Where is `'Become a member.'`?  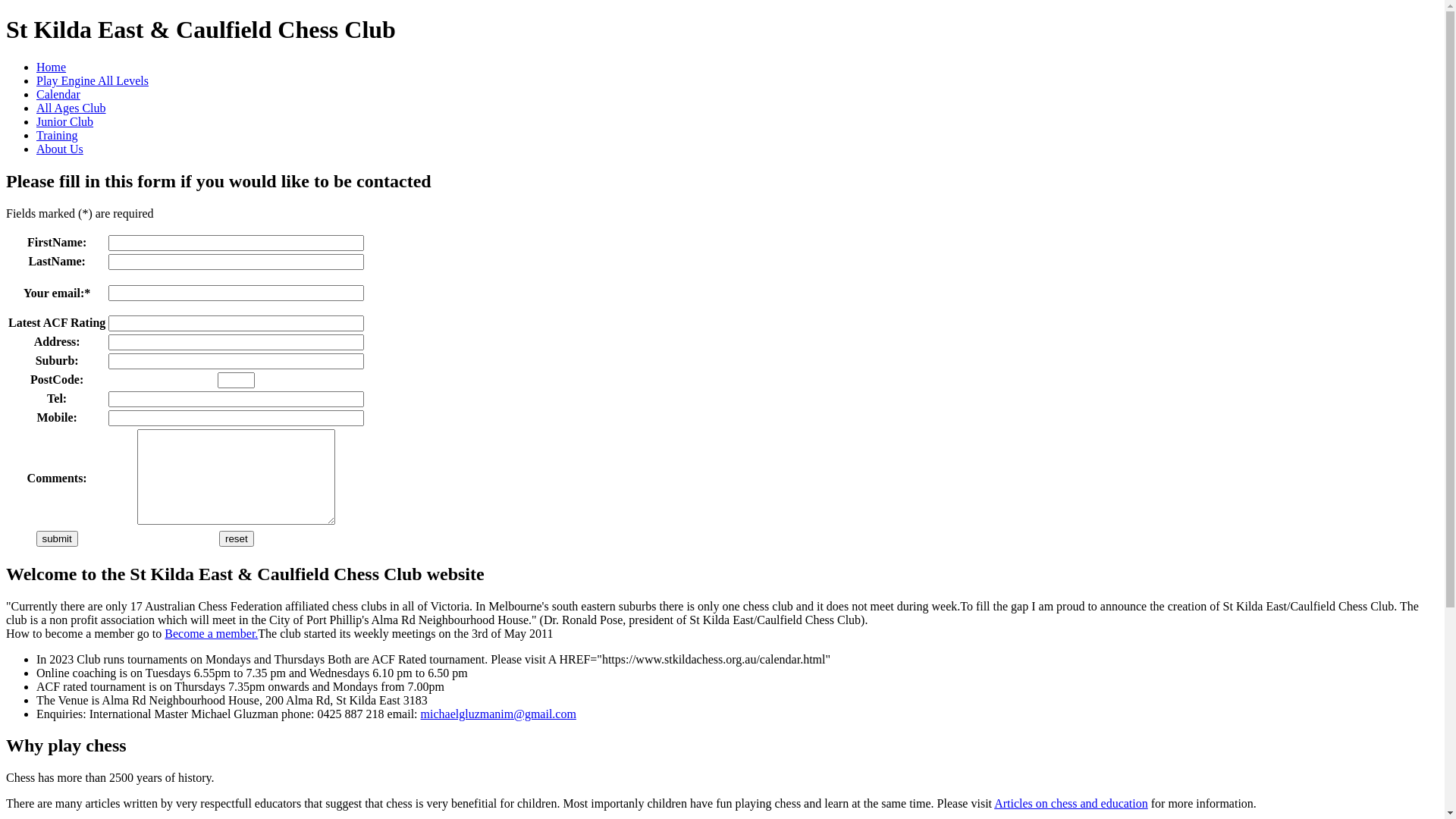
'Become a member.' is located at coordinates (164, 632).